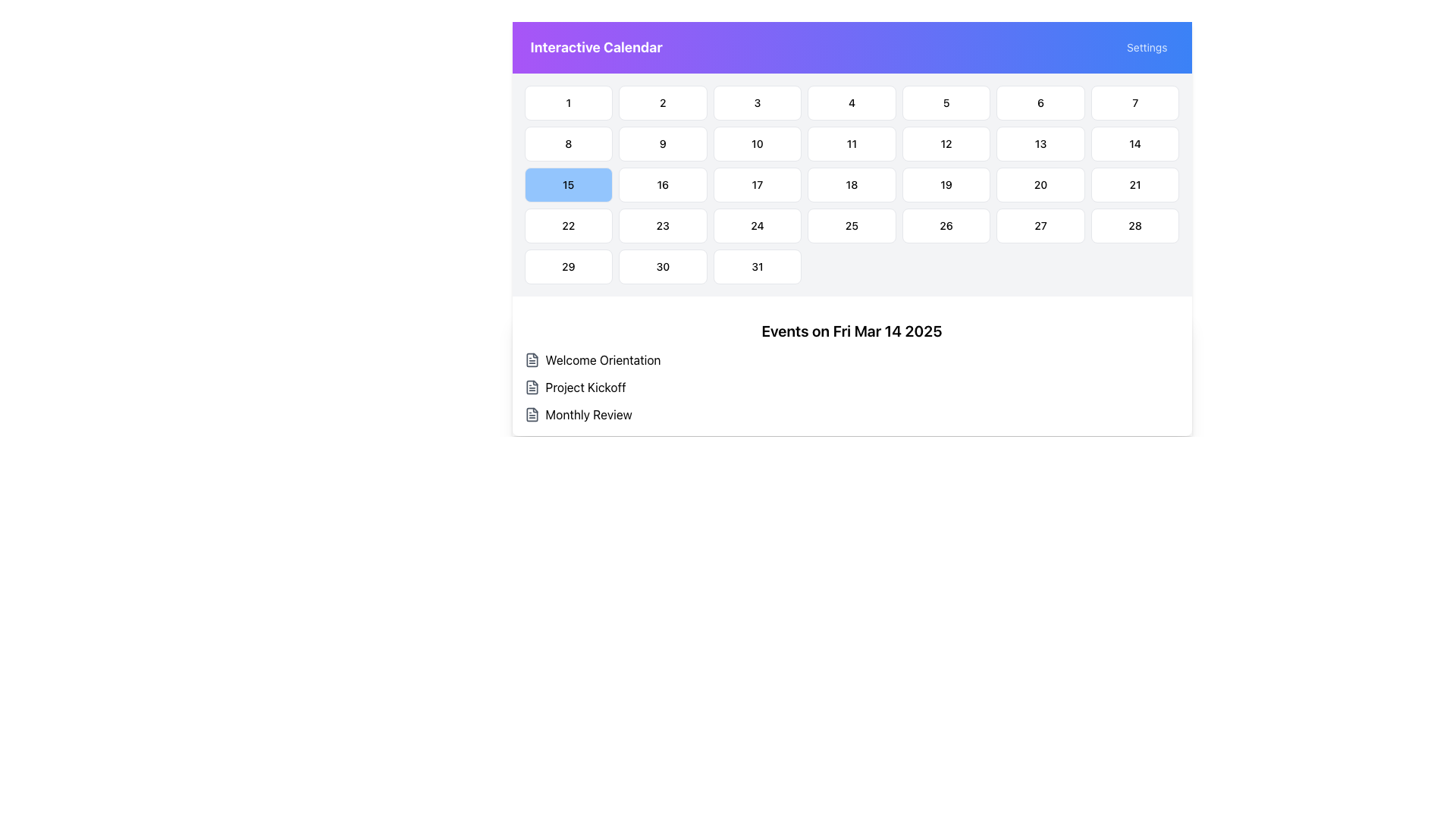 The height and width of the screenshot is (819, 1456). What do you see at coordinates (663, 143) in the screenshot?
I see `the calendar date '9' located in the second column of the second row` at bounding box center [663, 143].